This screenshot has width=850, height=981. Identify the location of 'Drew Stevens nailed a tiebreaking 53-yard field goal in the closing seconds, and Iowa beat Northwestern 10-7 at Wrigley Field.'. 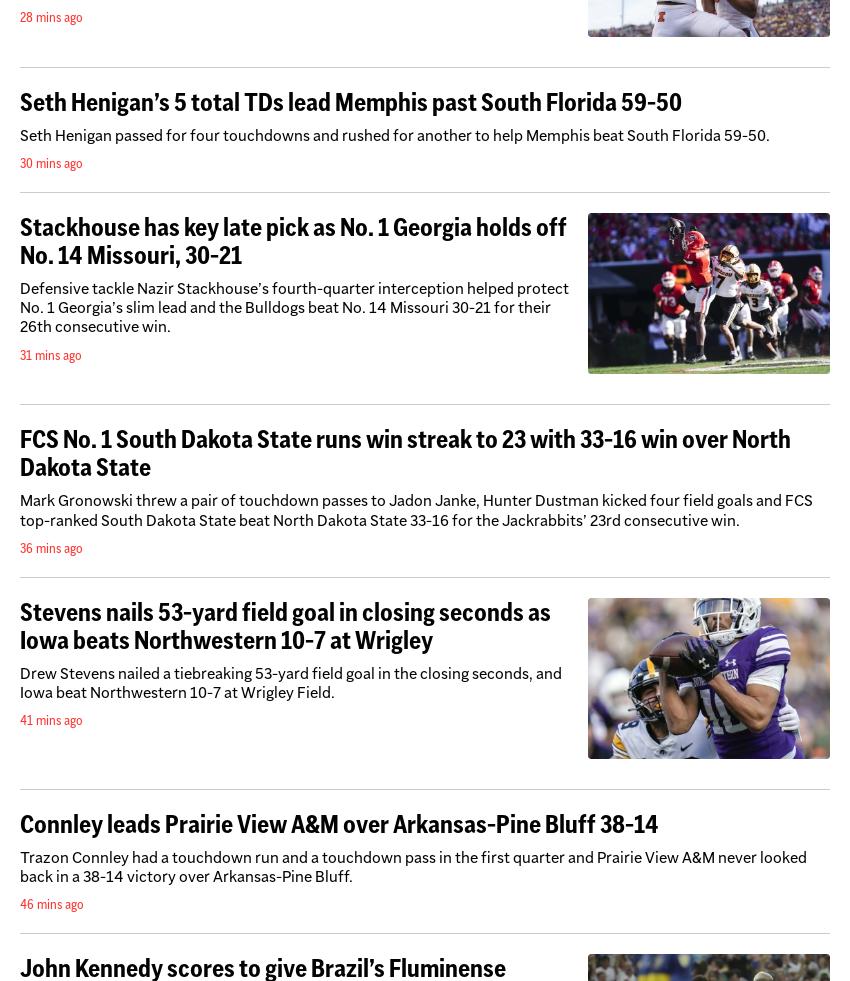
(290, 681).